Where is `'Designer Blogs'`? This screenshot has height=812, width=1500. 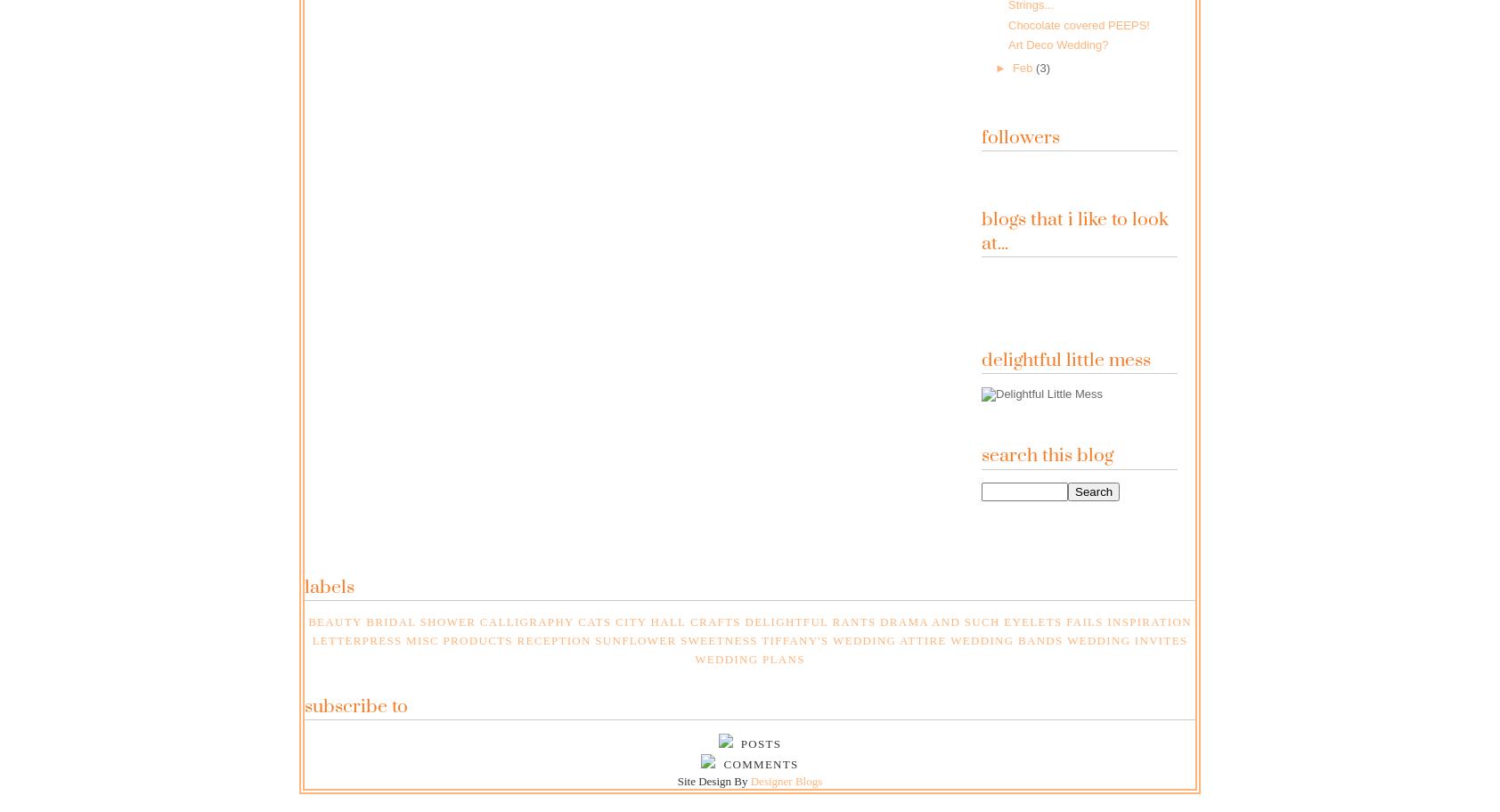 'Designer Blogs' is located at coordinates (785, 779).